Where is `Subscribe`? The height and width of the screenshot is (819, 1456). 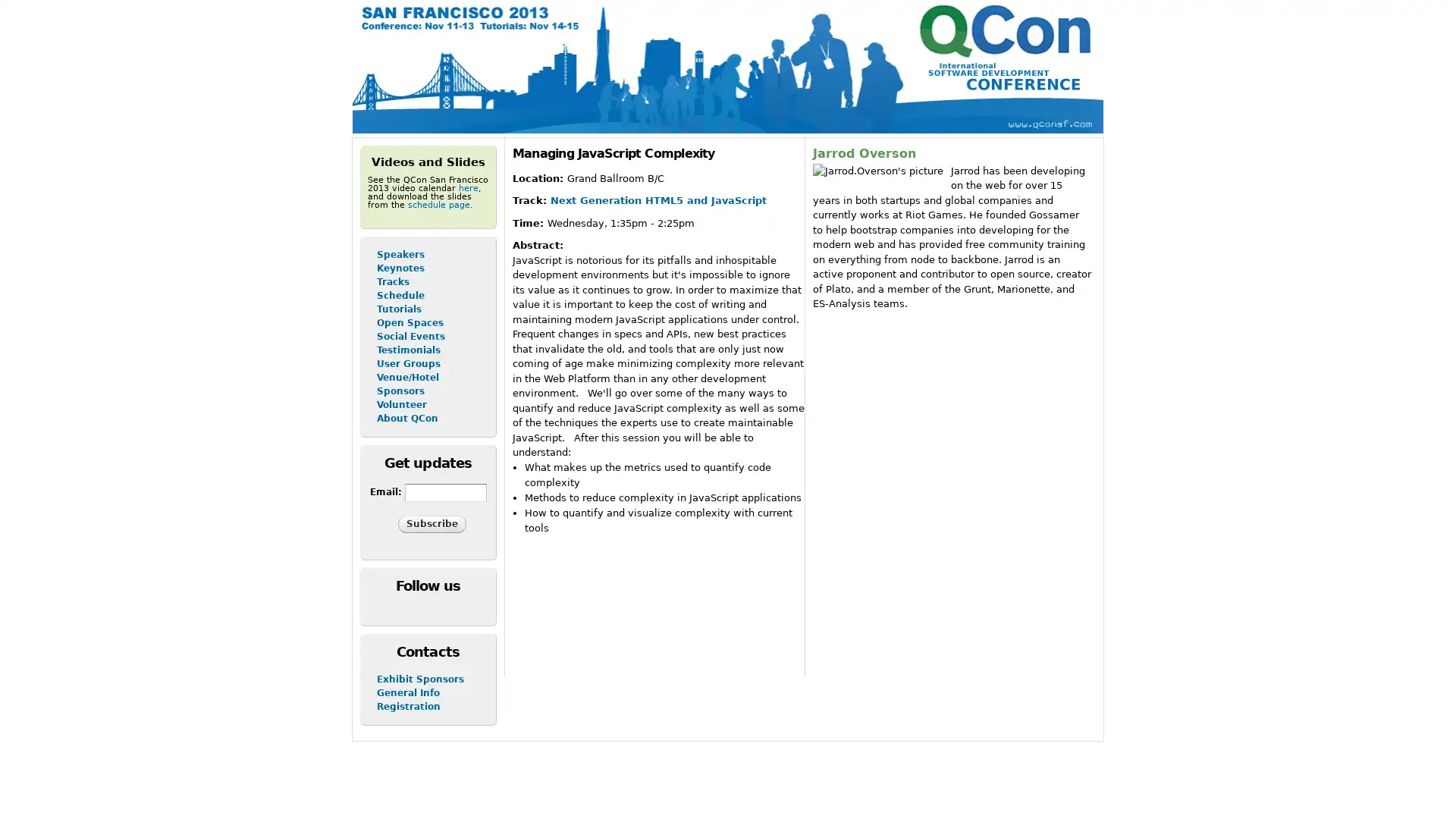
Subscribe is located at coordinates (431, 522).